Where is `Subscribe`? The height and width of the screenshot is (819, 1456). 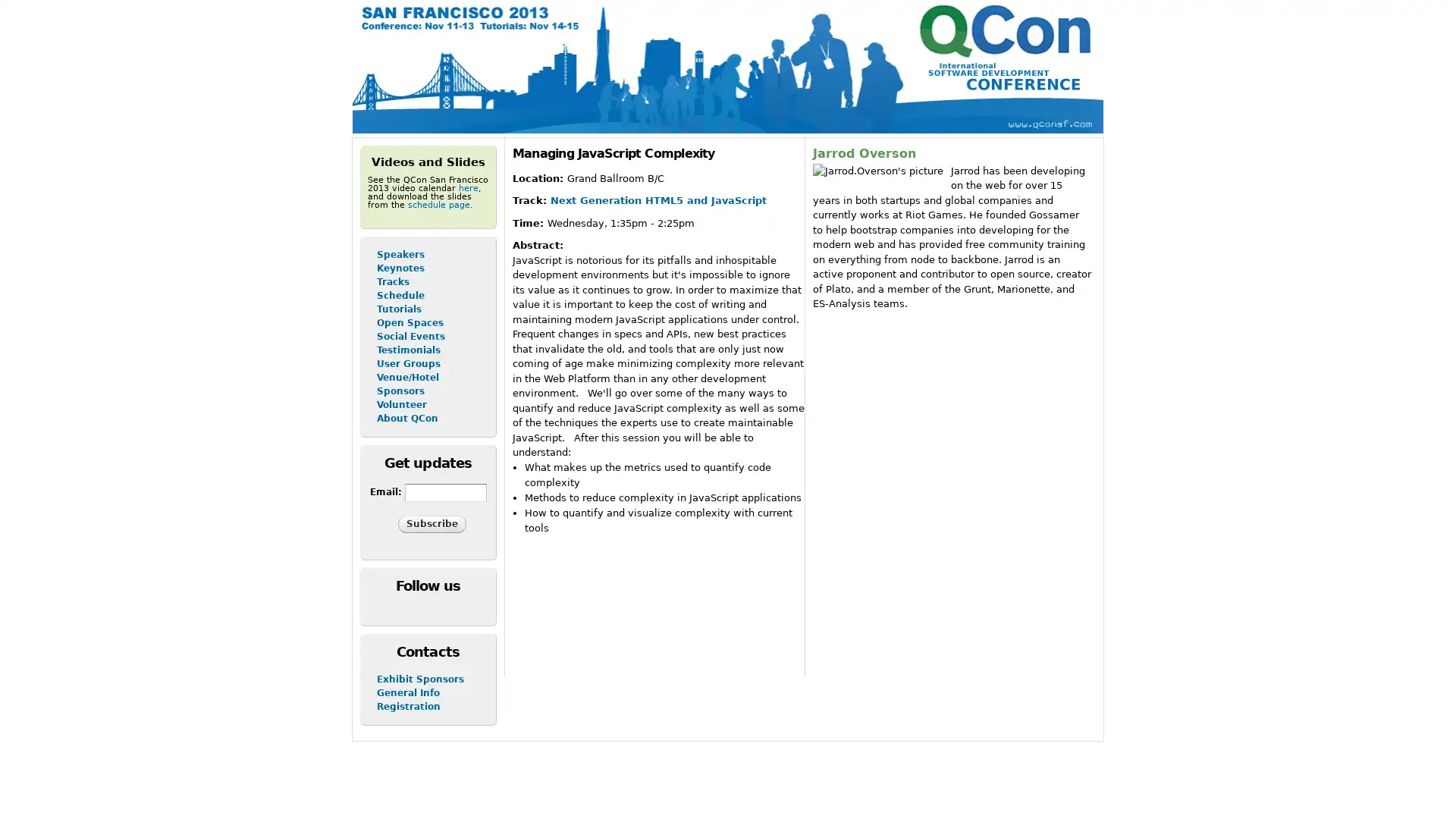
Subscribe is located at coordinates (431, 522).